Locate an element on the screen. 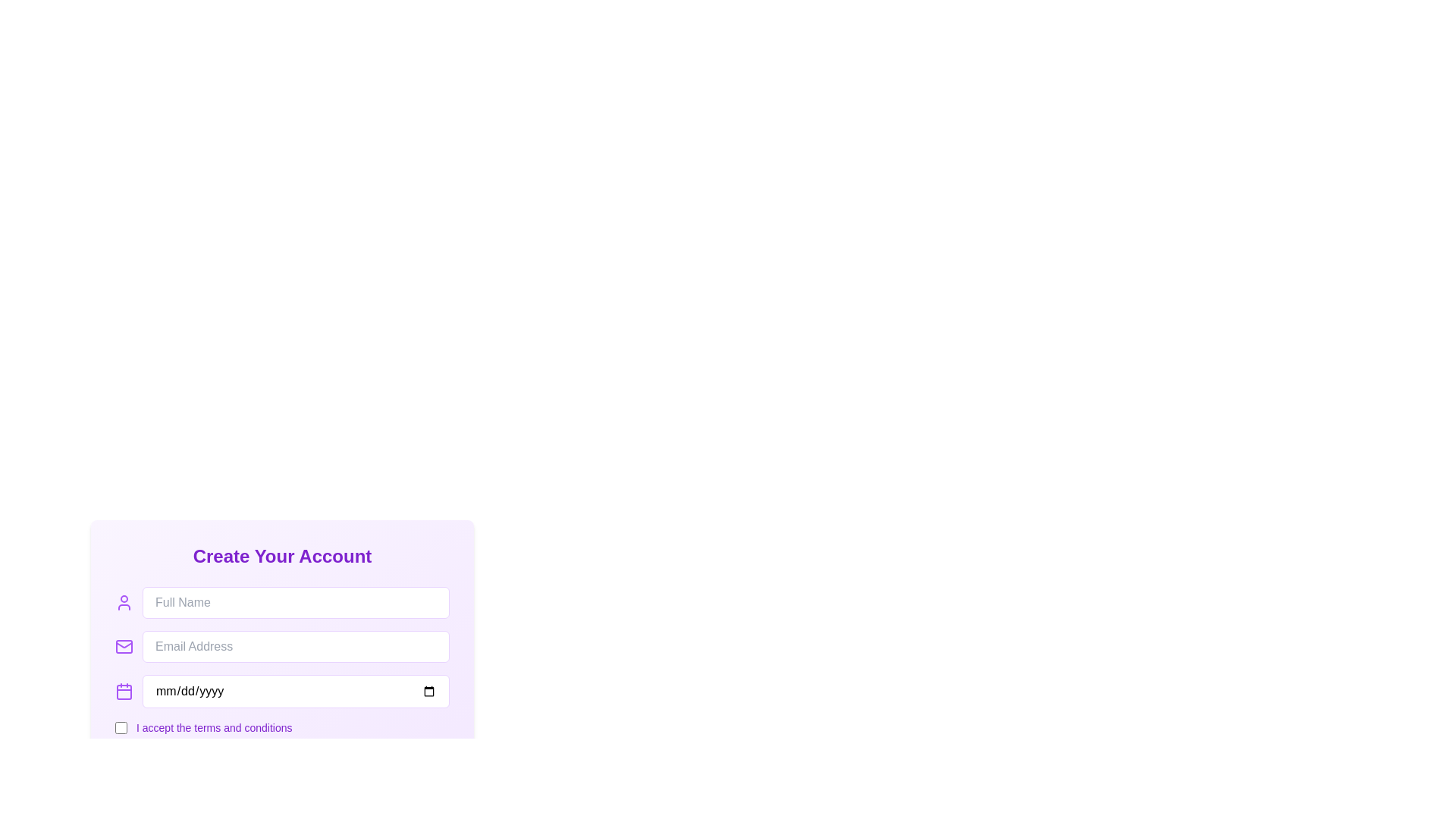  the purple user icon, which is a simplistic outline of a person, located at the left end of the user registration form, preceding the name input field is located at coordinates (124, 601).